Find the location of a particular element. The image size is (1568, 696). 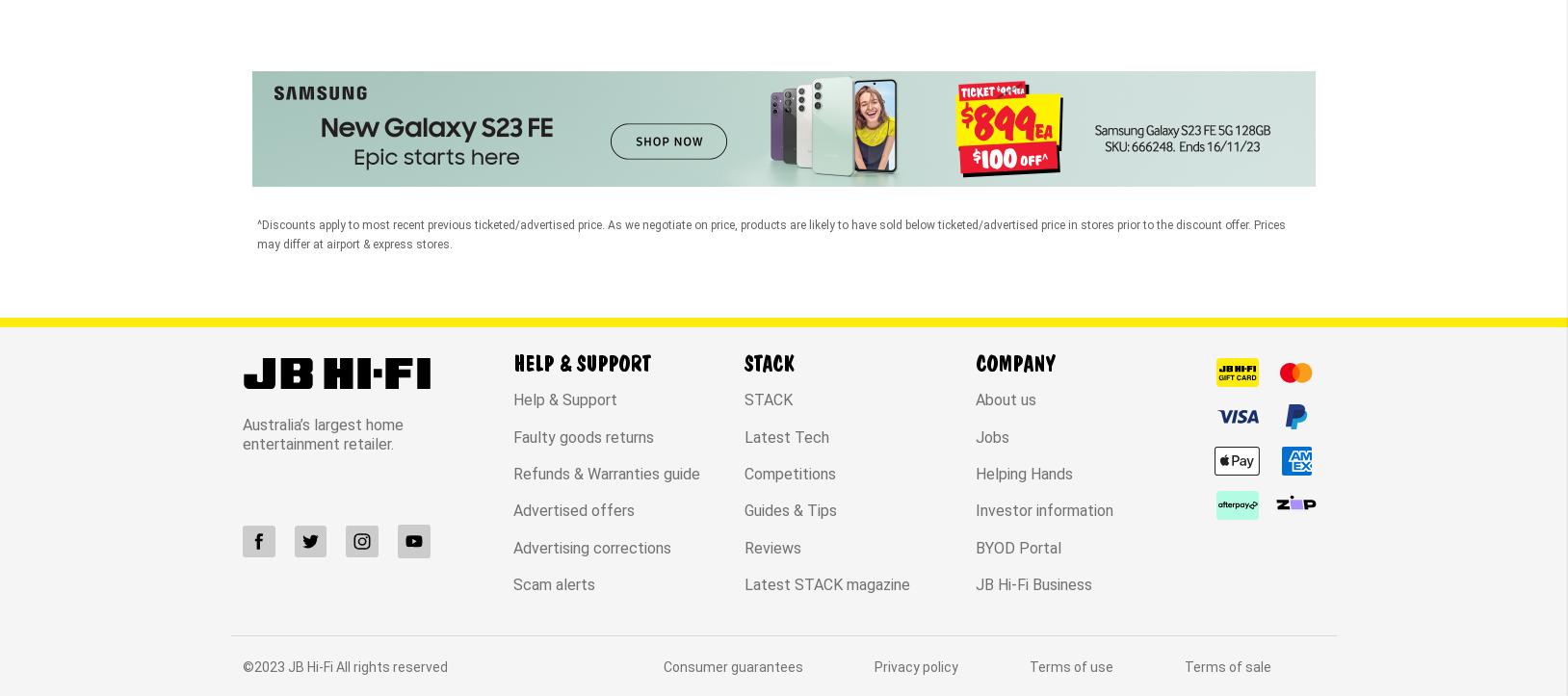

'Company' is located at coordinates (974, 202).